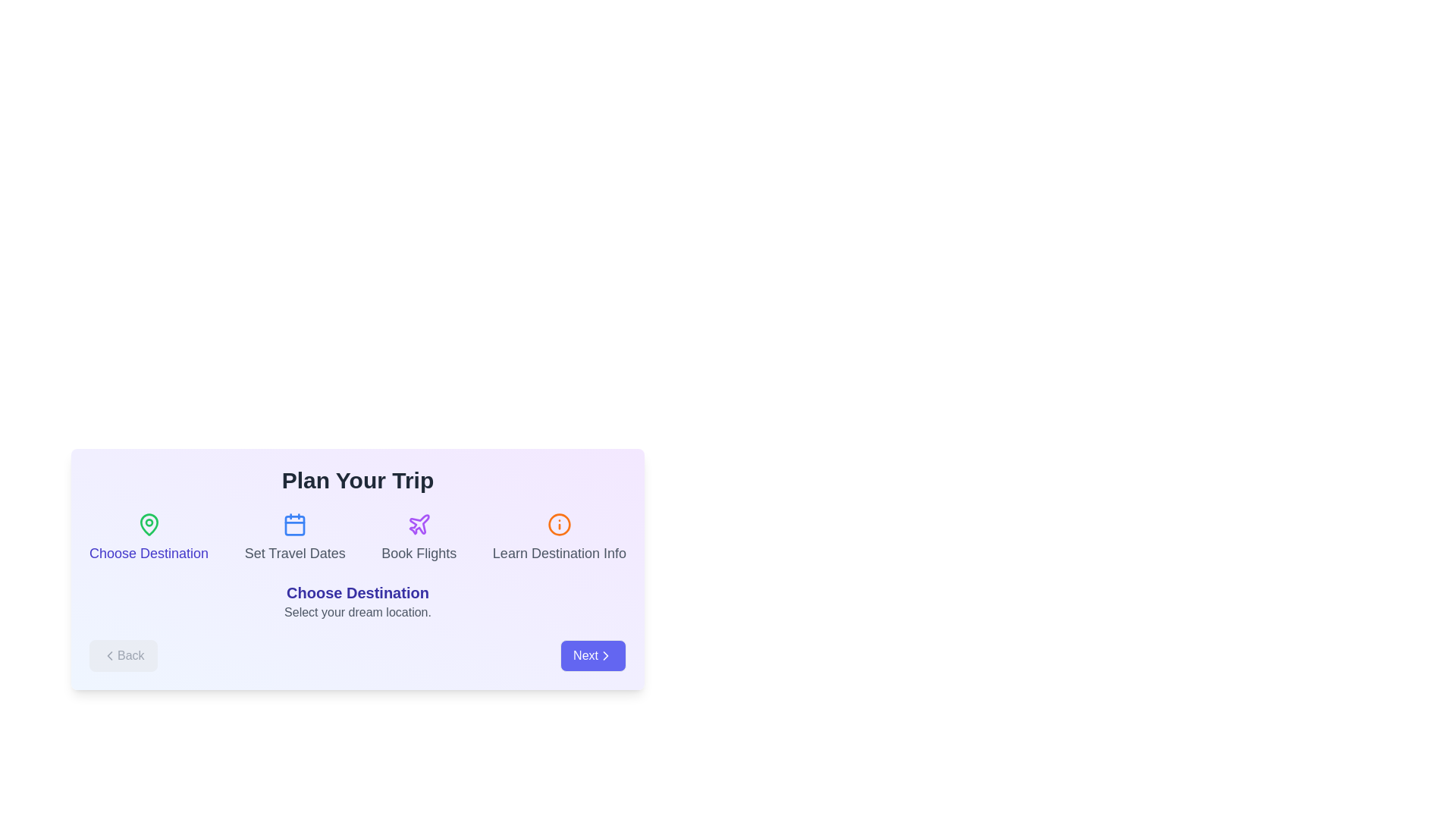 This screenshot has width=1456, height=819. I want to click on the purple airplane icon above the text 'Book Flights' in the Composite element, so click(419, 537).